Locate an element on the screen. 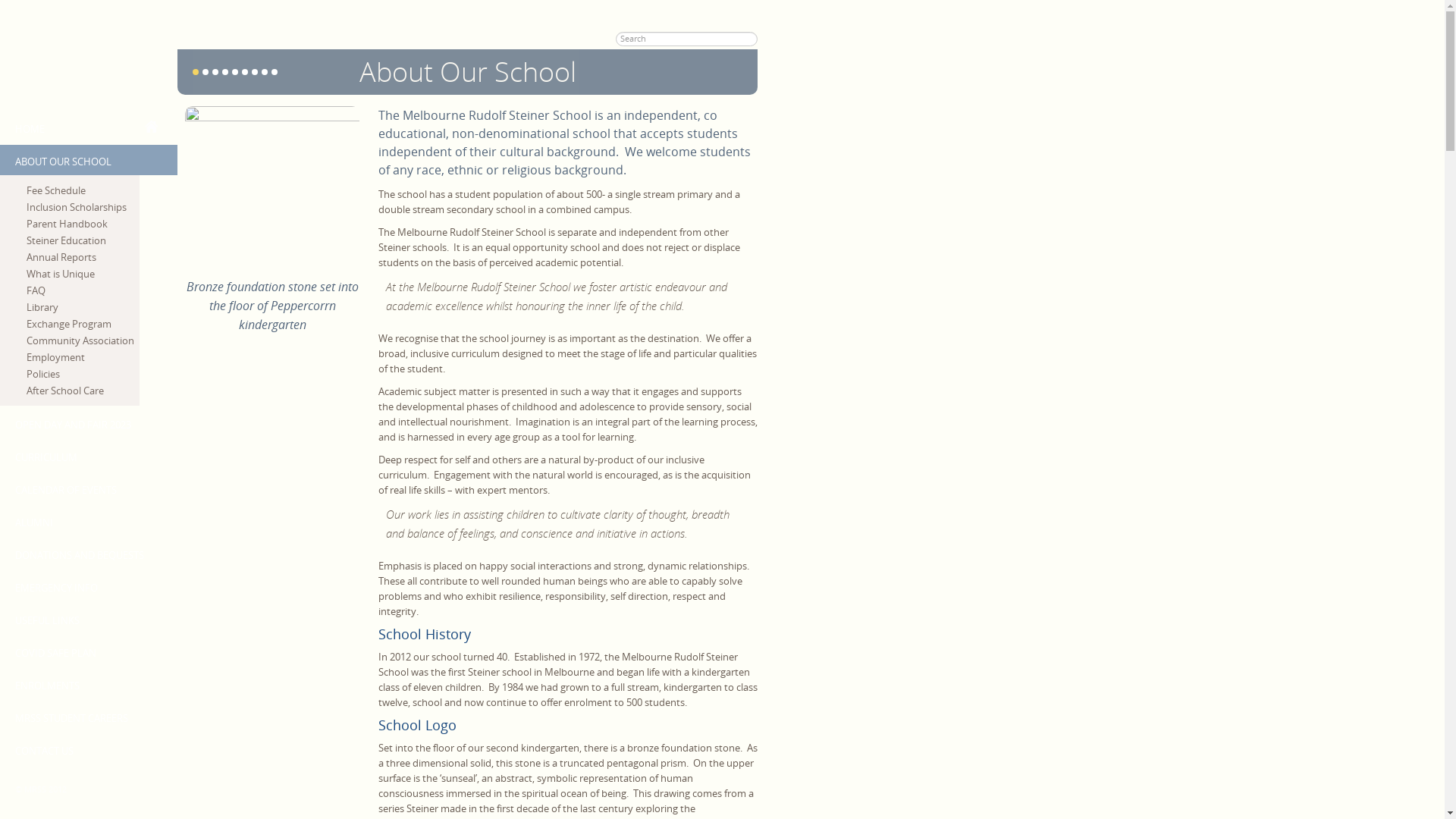 This screenshot has height=819, width=1456. 'FAQ' is located at coordinates (82, 290).